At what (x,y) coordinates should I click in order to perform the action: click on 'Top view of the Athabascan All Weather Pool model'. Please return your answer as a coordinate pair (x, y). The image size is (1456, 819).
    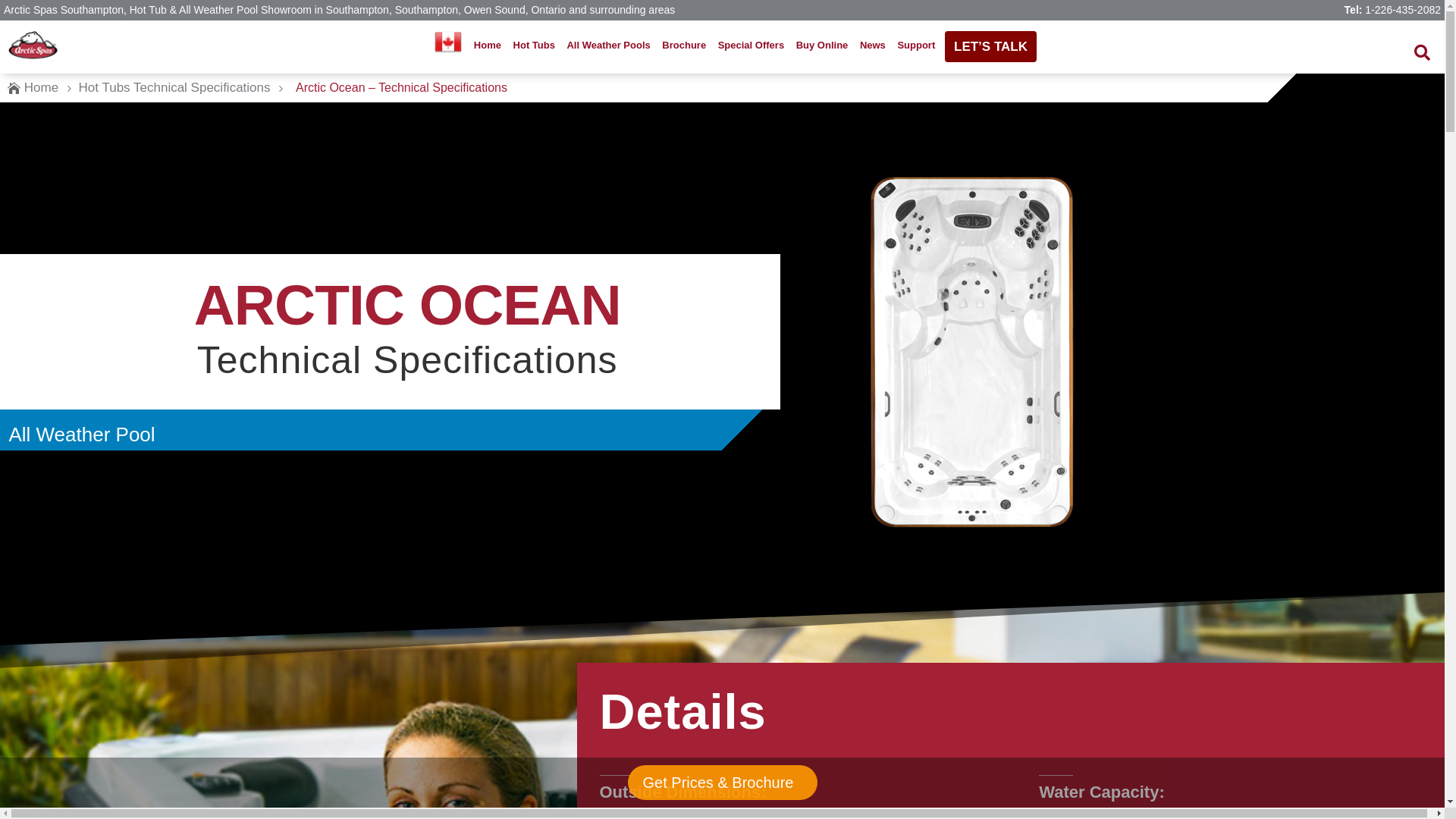
    Looking at the image, I should click on (971, 351).